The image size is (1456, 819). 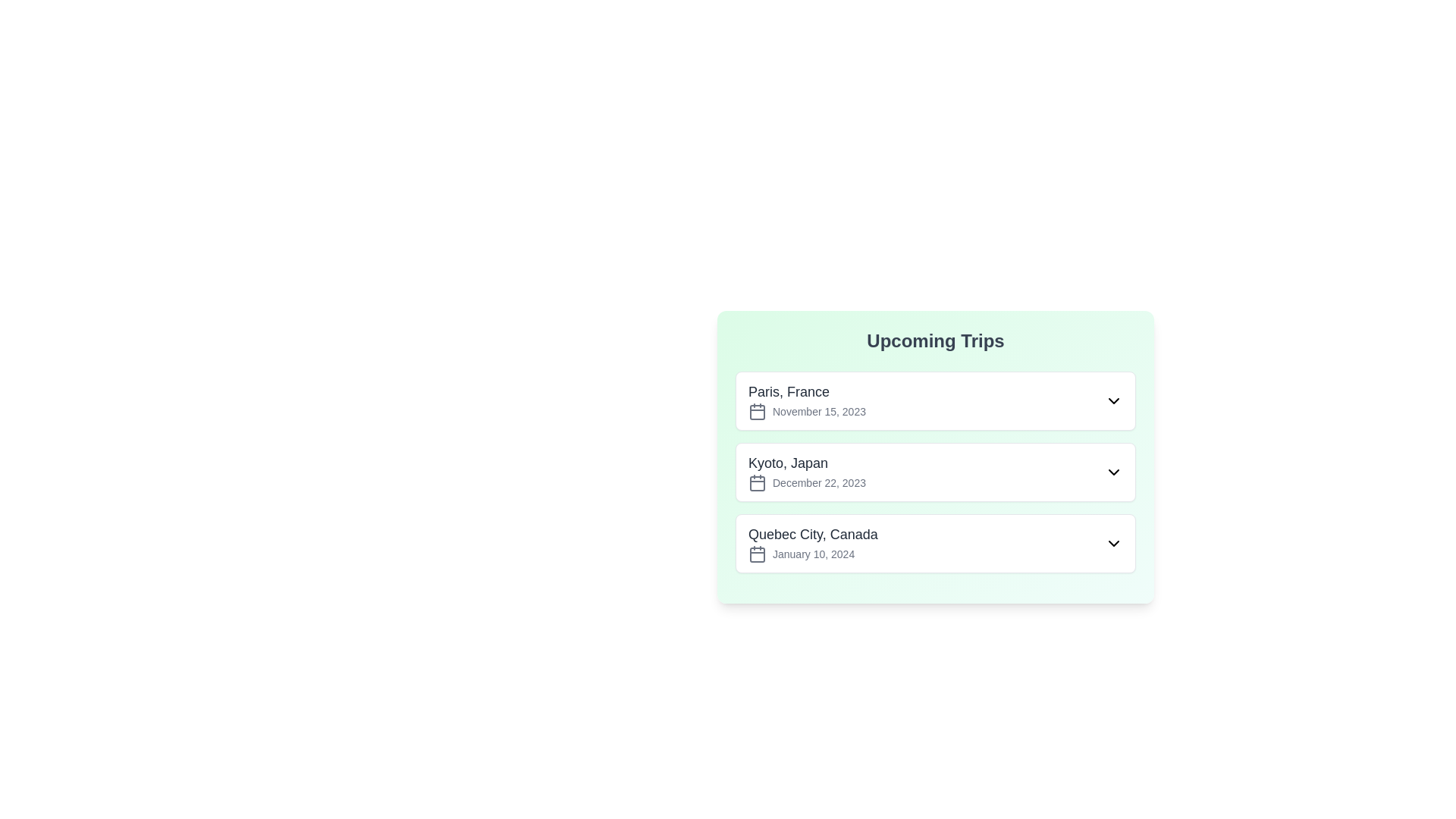 What do you see at coordinates (1113, 400) in the screenshot?
I see `the chevron icon in the topmost row of the travel destinations section, aligned to the right of 'Paris, France November 15, 2023'` at bounding box center [1113, 400].